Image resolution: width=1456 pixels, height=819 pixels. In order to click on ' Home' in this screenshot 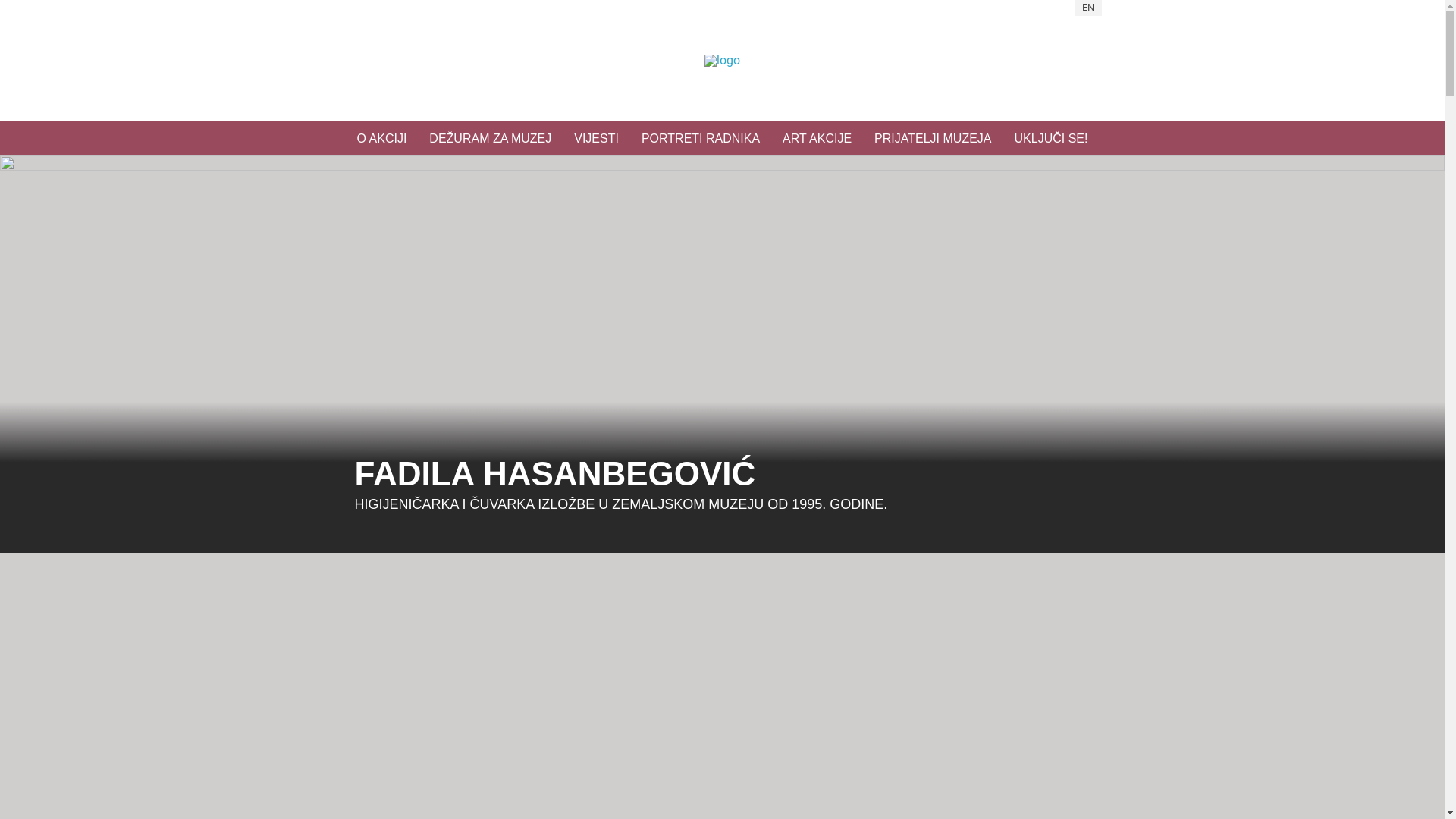, I will do `click(721, 60)`.